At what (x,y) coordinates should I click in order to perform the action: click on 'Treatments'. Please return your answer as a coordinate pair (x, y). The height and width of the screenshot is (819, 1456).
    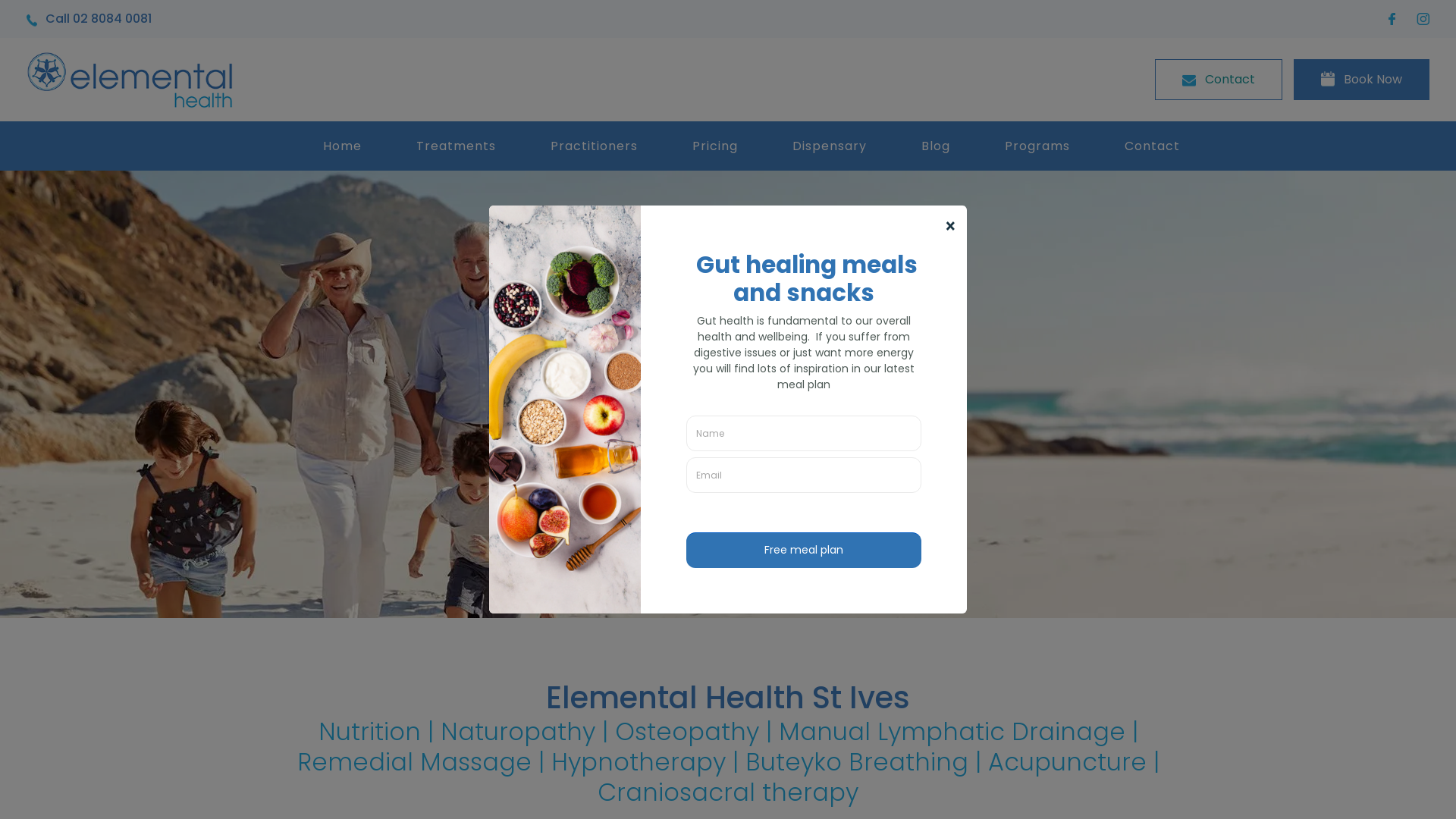
    Looking at the image, I should click on (389, 146).